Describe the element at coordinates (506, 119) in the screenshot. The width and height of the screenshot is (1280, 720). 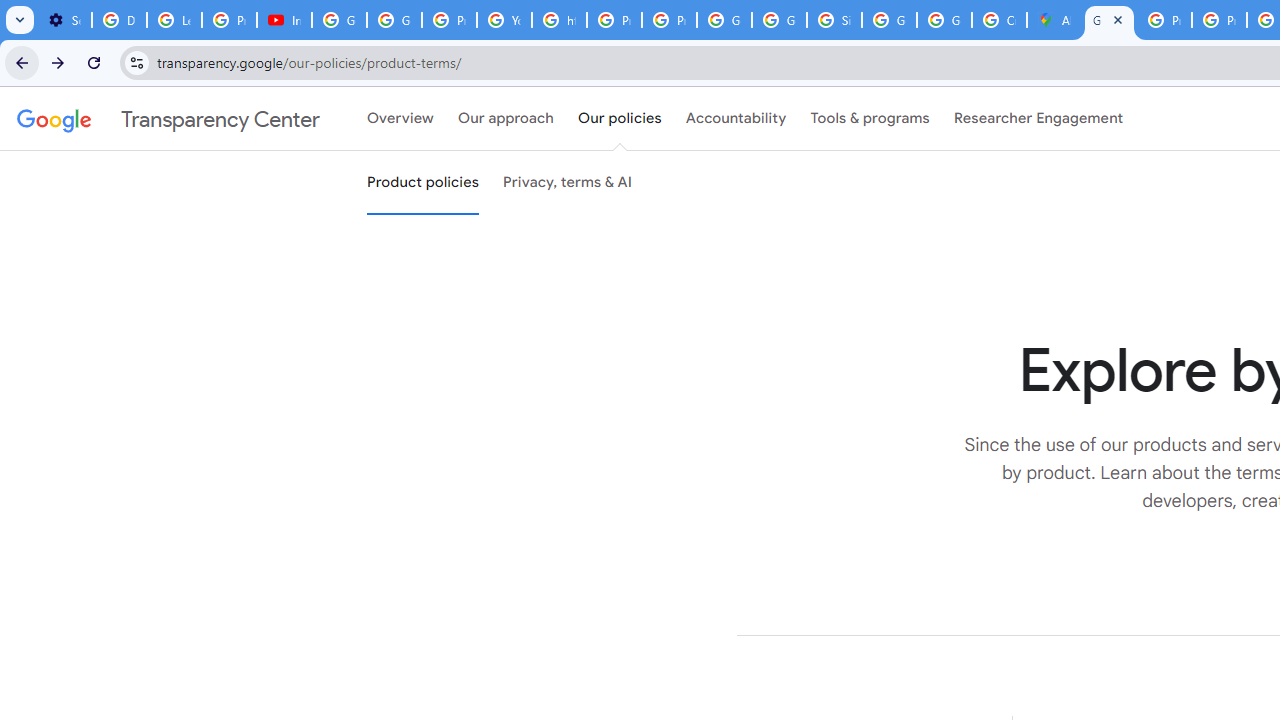
I see `'Our approach'` at that location.